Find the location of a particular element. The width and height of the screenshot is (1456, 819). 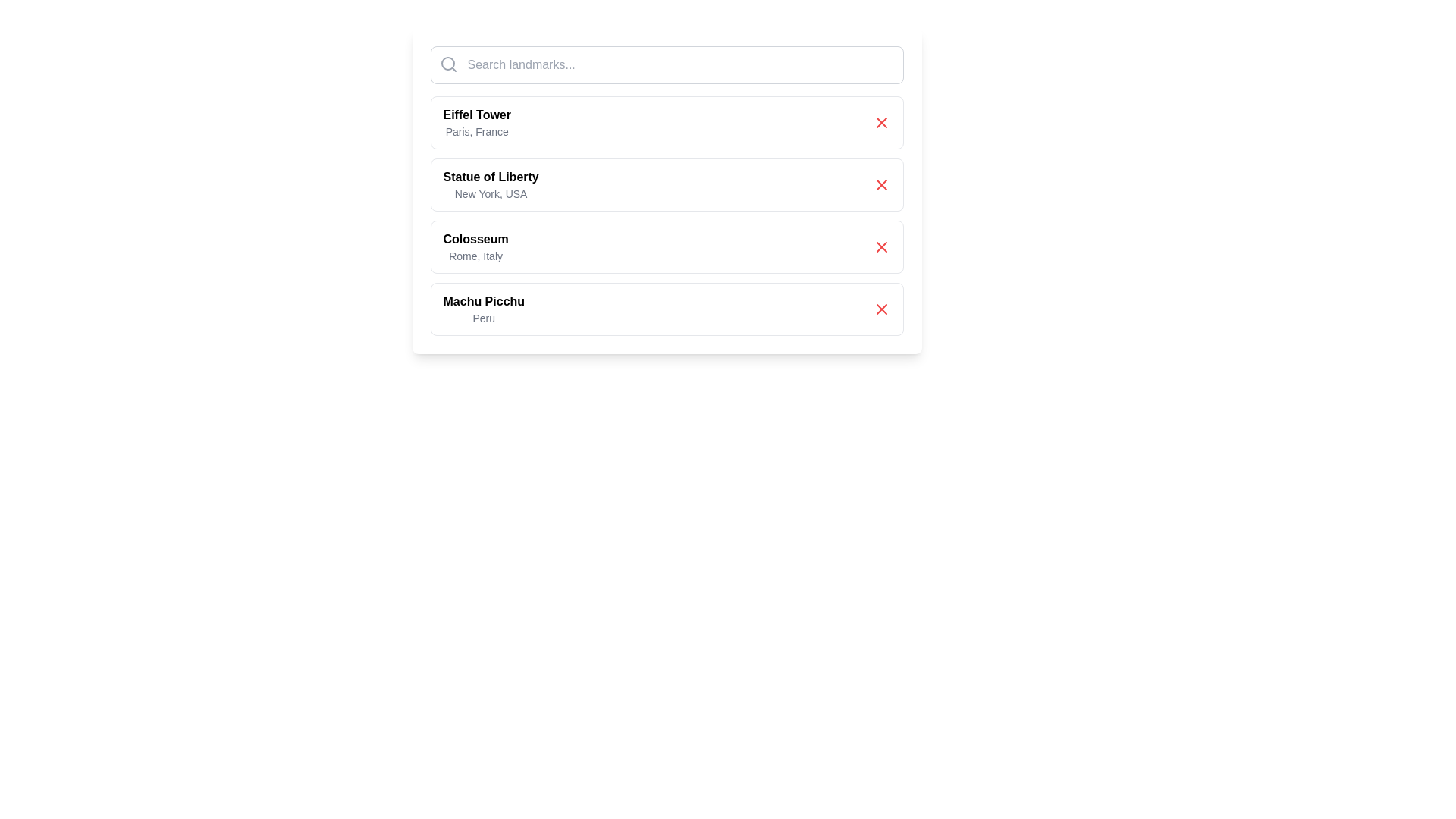

the list item displaying 'Machu Picchu' in bold font is located at coordinates (483, 309).